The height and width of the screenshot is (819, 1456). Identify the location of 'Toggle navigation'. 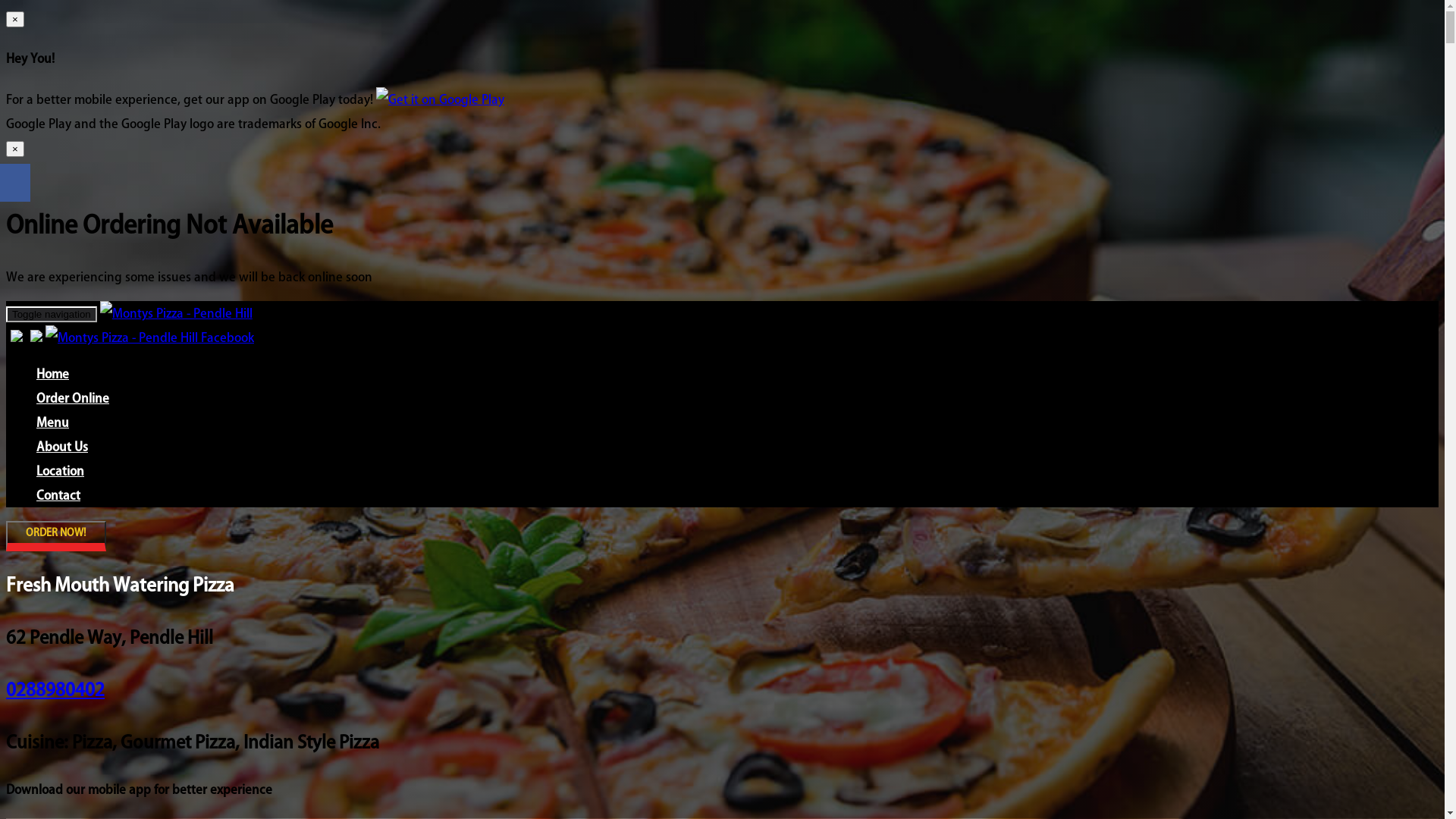
(51, 313).